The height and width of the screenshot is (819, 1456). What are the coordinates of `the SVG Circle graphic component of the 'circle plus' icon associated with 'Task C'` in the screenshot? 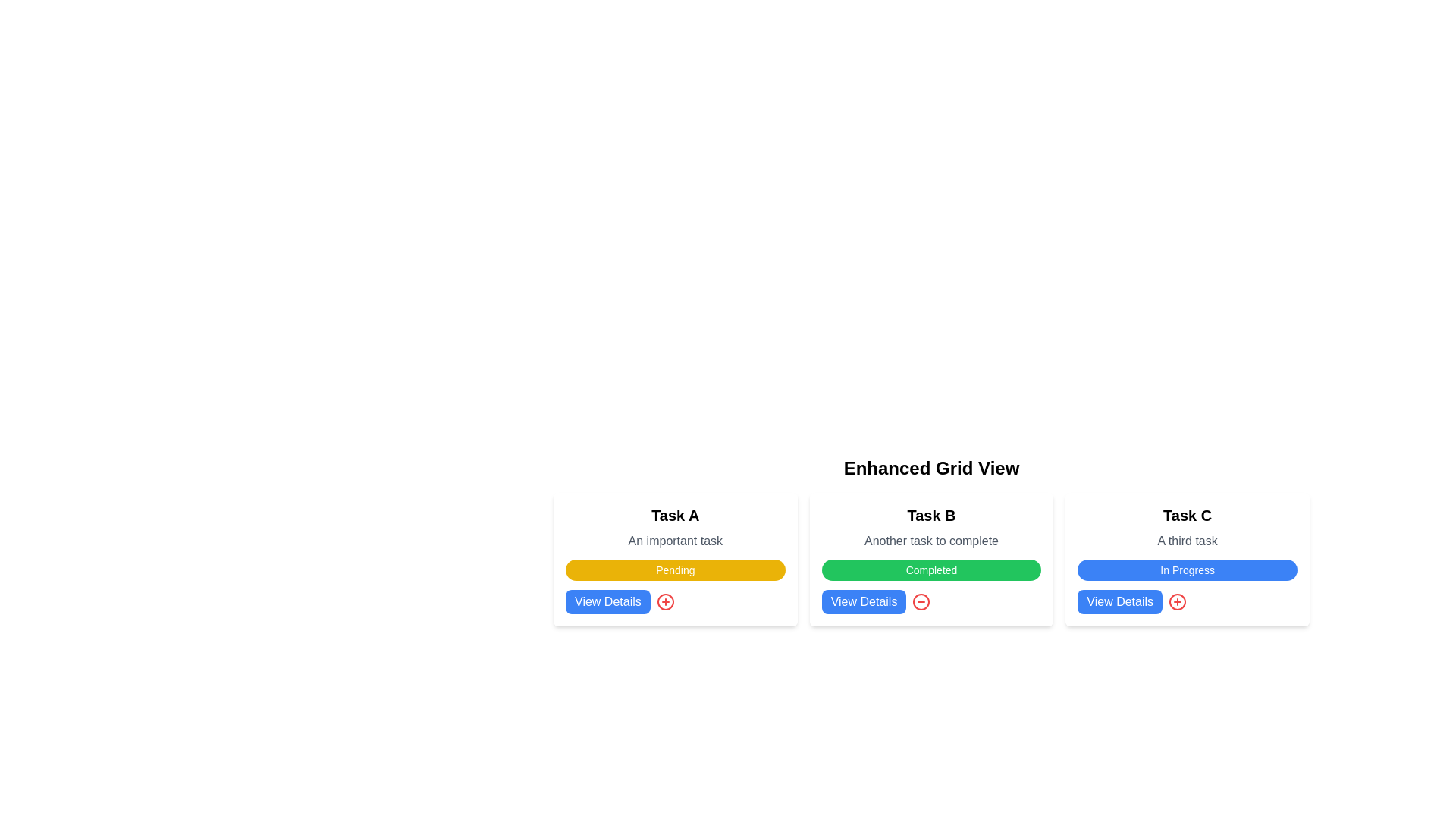 It's located at (1177, 601).